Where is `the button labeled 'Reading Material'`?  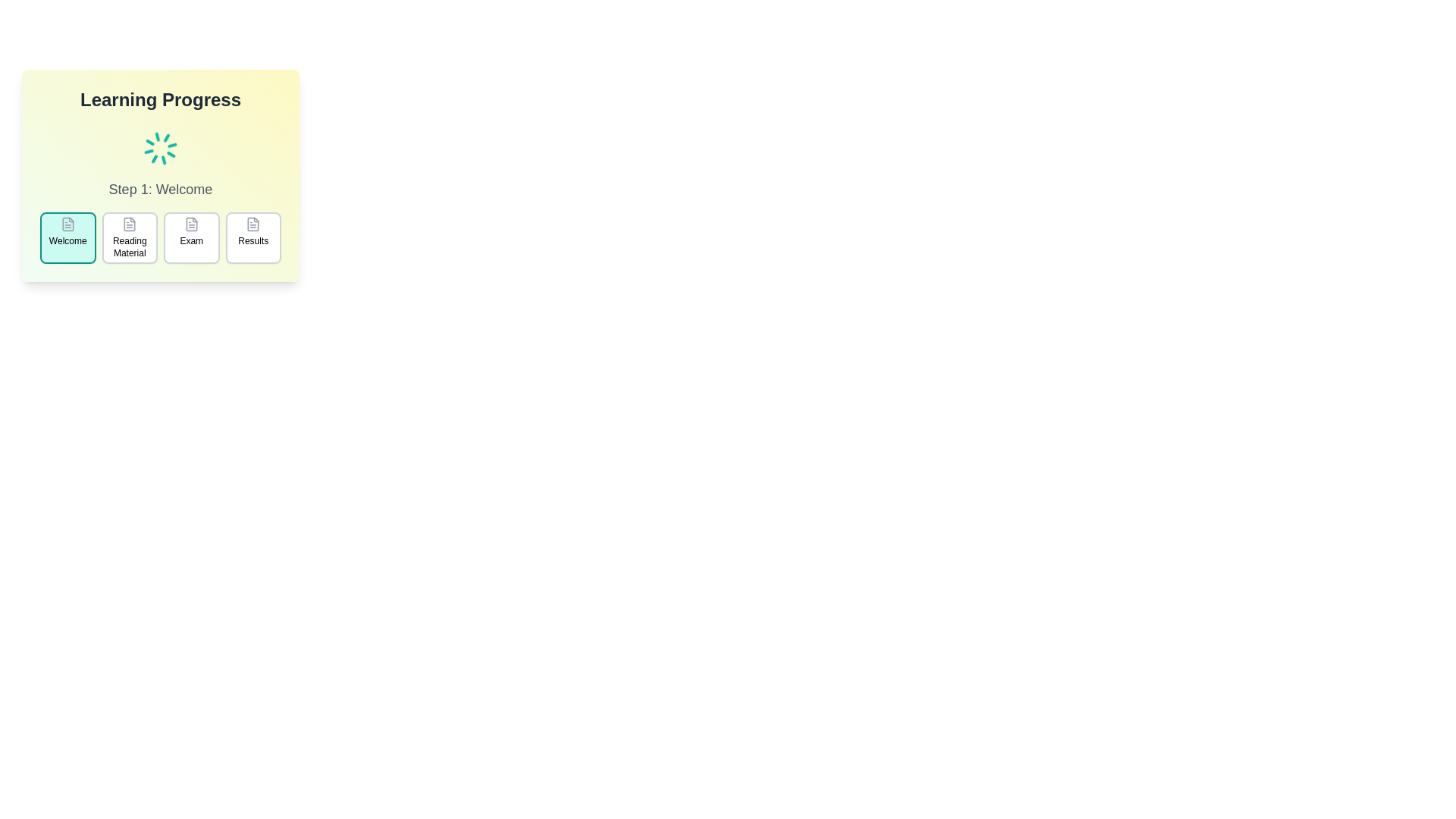 the button labeled 'Reading Material' is located at coordinates (130, 237).